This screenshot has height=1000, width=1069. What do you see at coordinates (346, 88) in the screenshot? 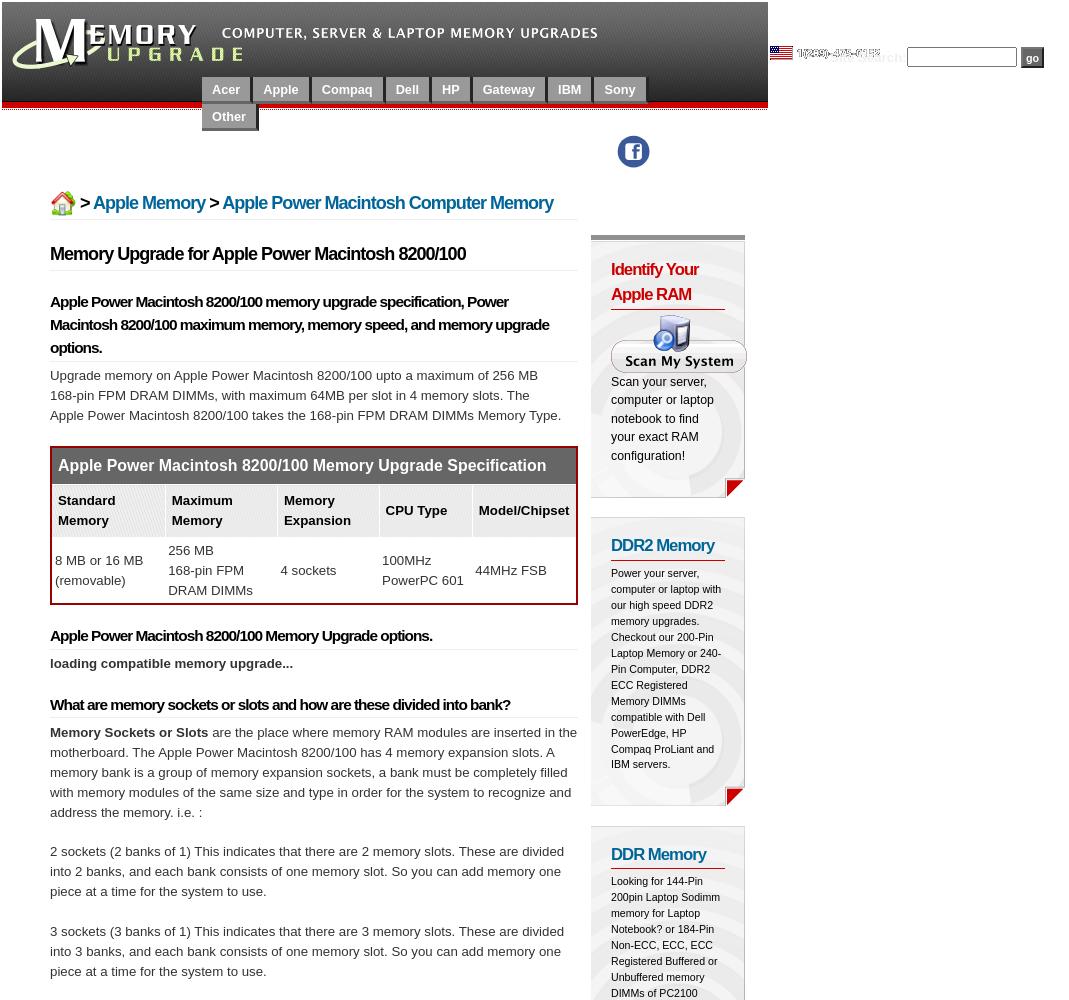
I see `'Compaq'` at bounding box center [346, 88].